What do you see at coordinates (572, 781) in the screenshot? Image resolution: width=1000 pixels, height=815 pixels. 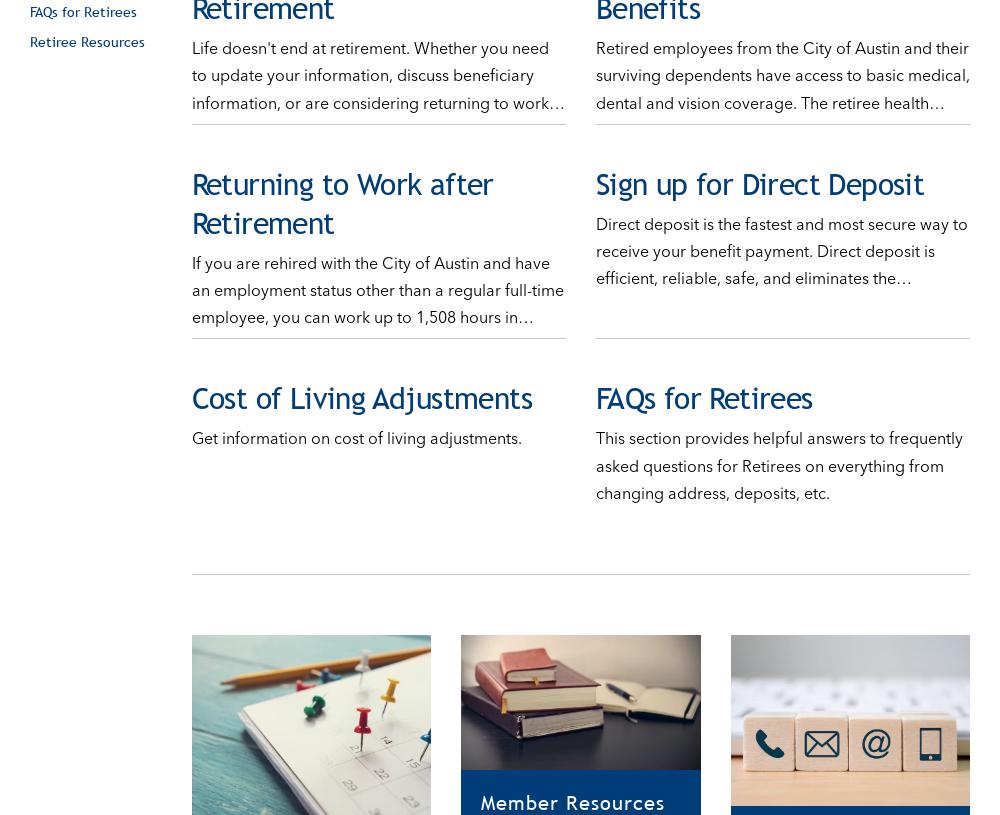 I see `'Member Resources'` at bounding box center [572, 781].